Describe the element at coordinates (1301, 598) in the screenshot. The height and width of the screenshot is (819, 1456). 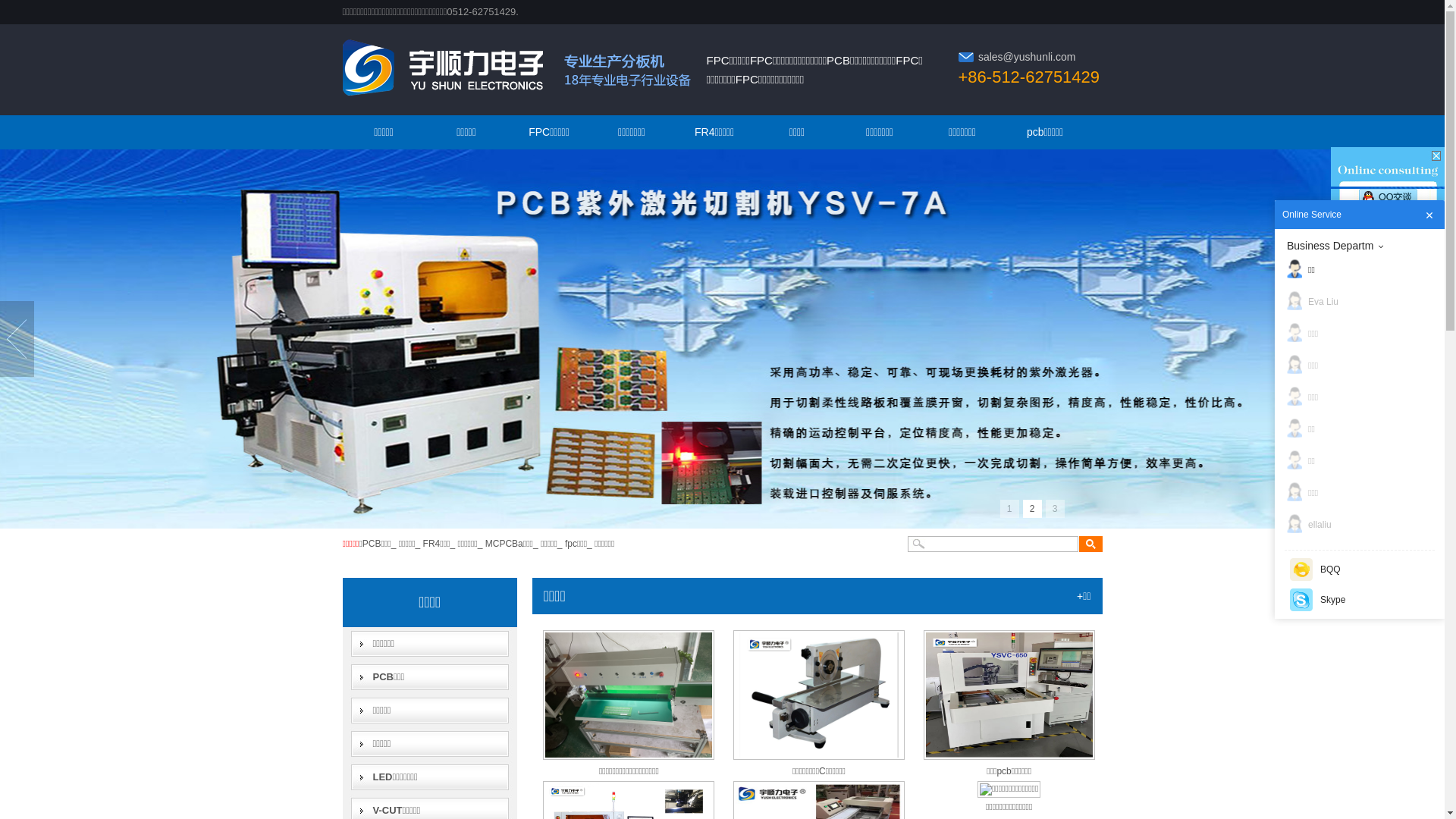
I see `'Skype'` at that location.